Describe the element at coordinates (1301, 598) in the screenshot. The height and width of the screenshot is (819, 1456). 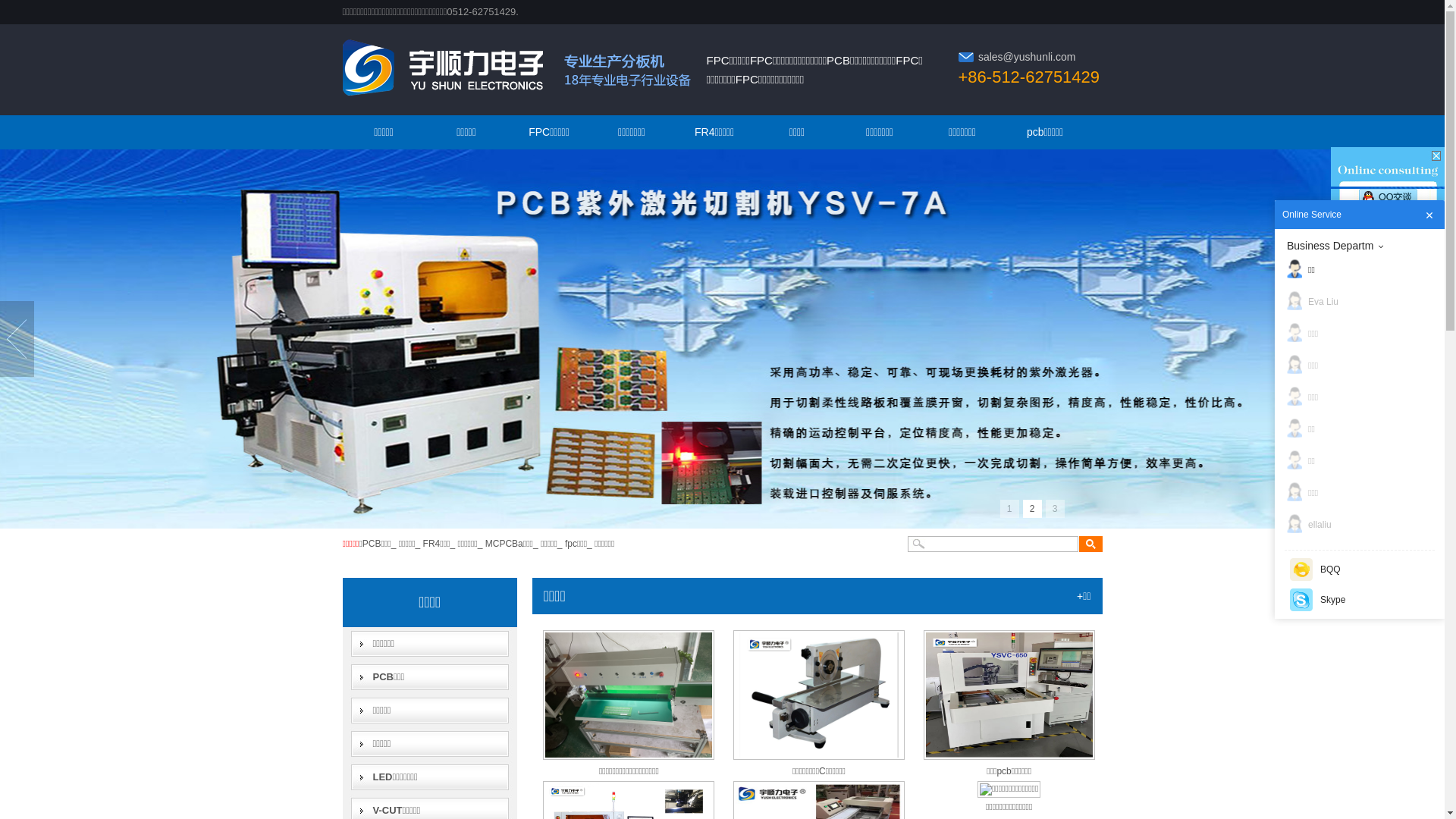
I see `'Skype'` at that location.